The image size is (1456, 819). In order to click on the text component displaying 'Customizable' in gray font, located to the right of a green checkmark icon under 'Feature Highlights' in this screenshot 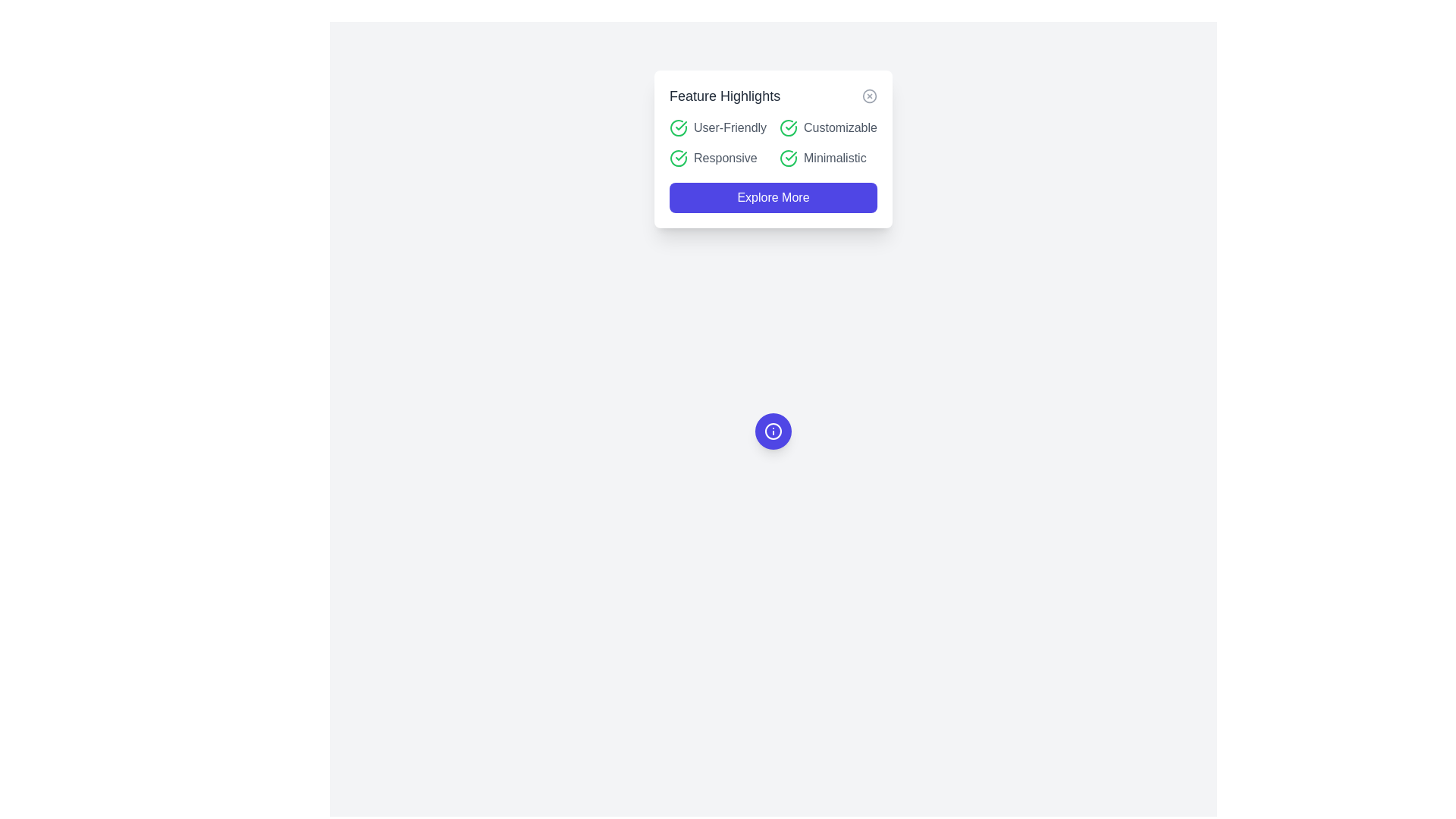, I will do `click(839, 127)`.